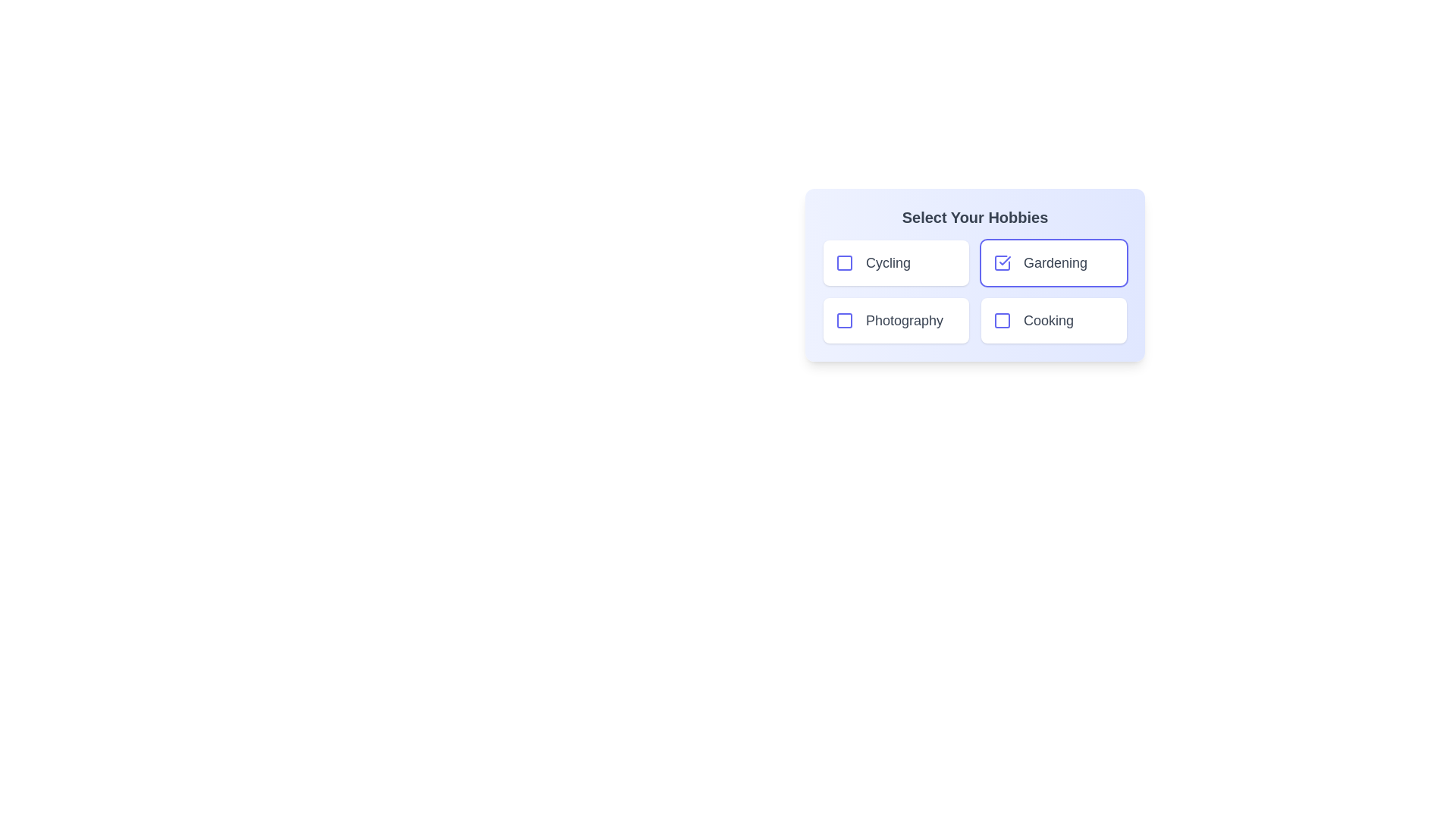 The image size is (1456, 819). What do you see at coordinates (896, 320) in the screenshot?
I see `the hobby item Photography to observe its hover effect` at bounding box center [896, 320].